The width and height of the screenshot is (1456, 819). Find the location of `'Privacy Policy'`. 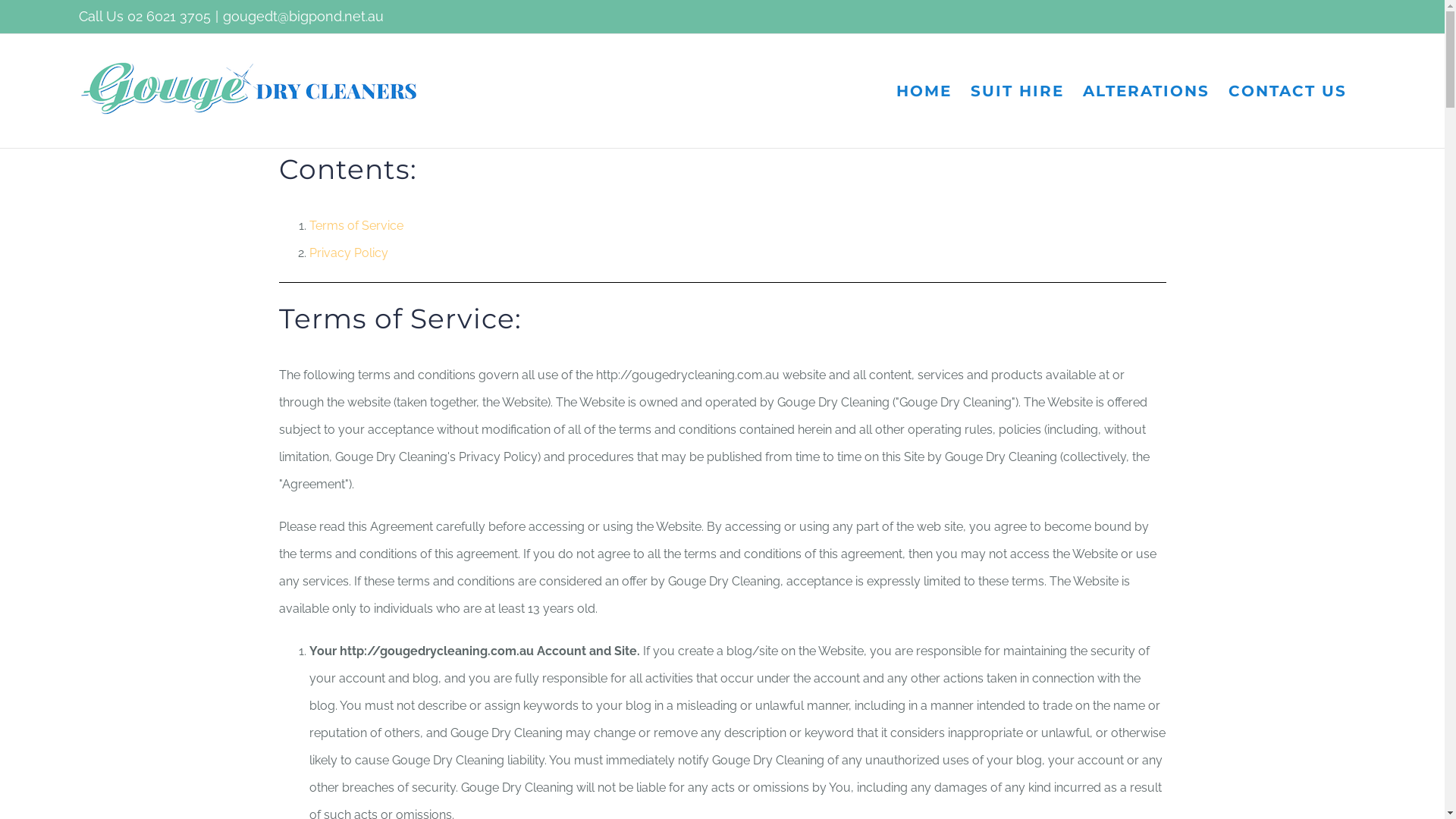

'Privacy Policy' is located at coordinates (348, 252).